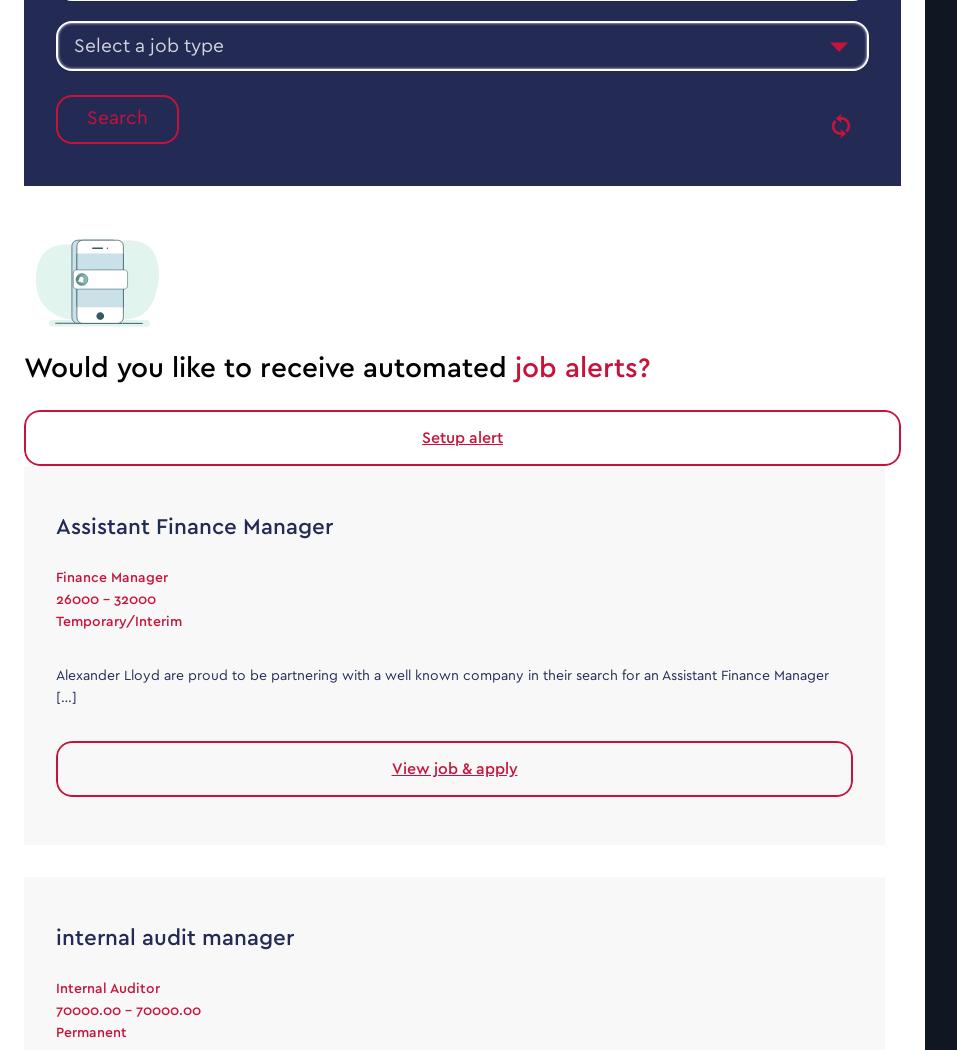  Describe the element at coordinates (582, 367) in the screenshot. I see `'job alerts?'` at that location.